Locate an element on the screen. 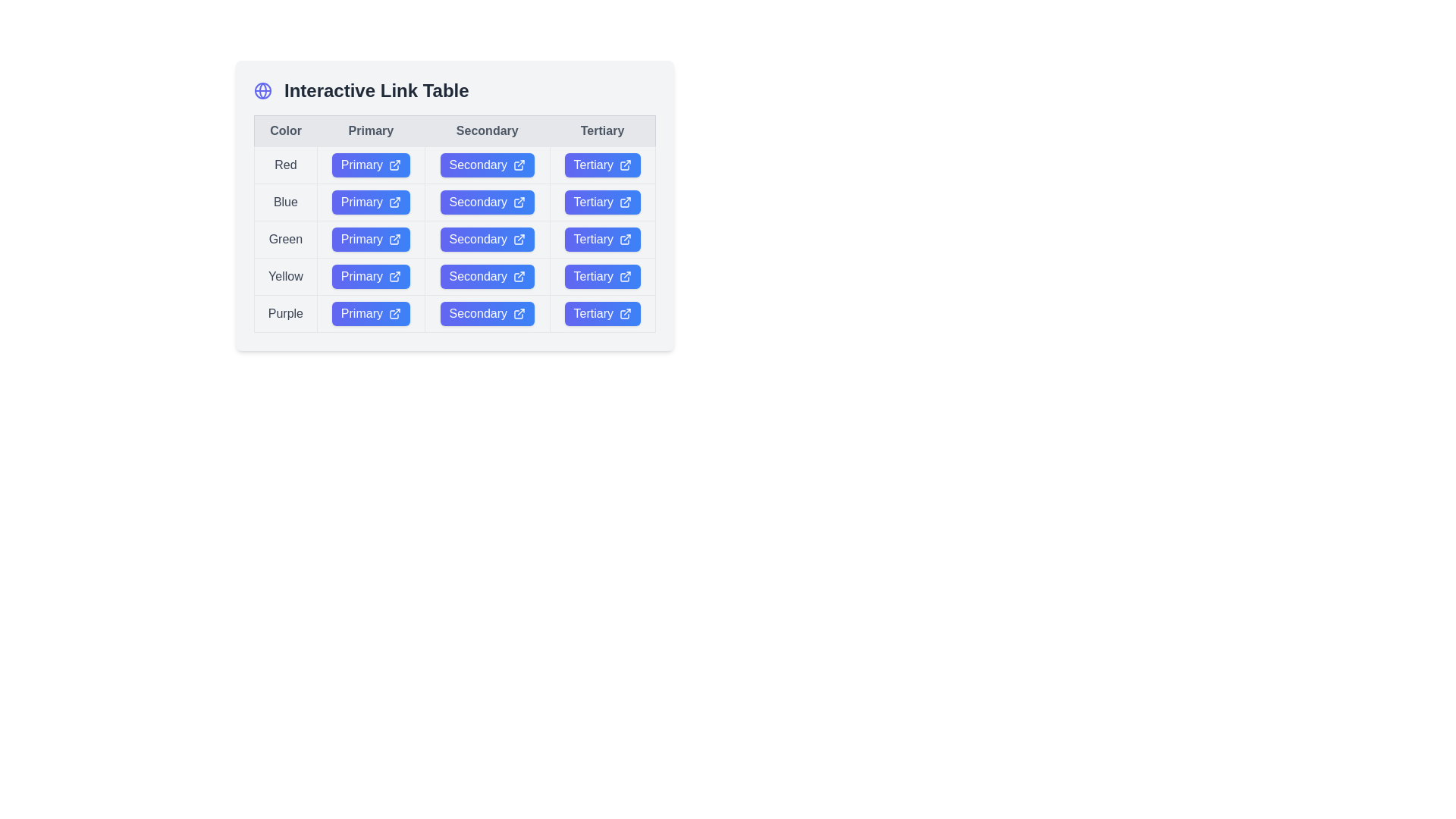 Image resolution: width=1456 pixels, height=819 pixels. the title text that categorizes or describes the content, positioned to the right of a globe-like icon at the top-left corner of the interface is located at coordinates (376, 90).